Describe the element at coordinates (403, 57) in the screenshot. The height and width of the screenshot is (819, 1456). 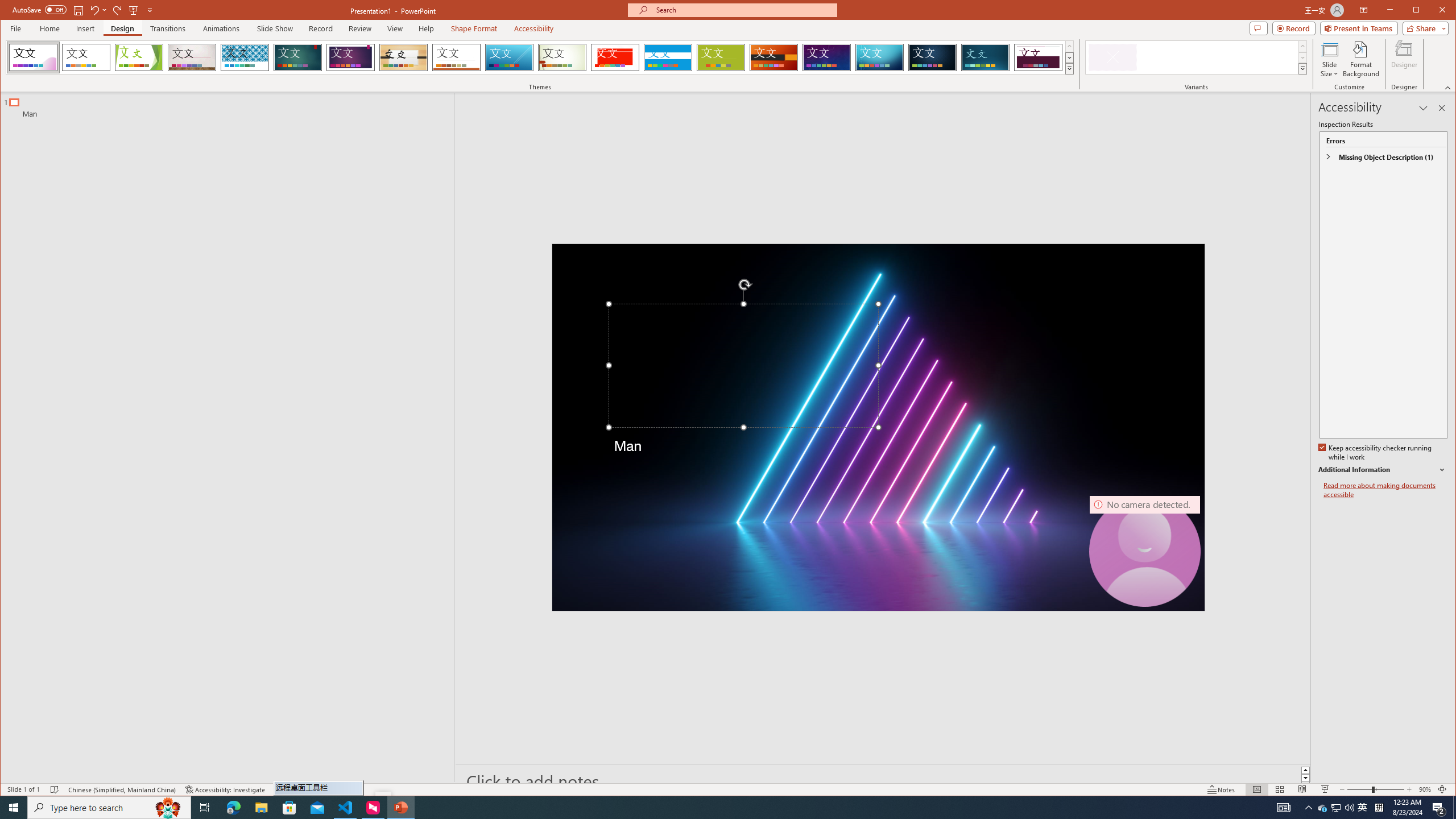
I see `'Organic'` at that location.